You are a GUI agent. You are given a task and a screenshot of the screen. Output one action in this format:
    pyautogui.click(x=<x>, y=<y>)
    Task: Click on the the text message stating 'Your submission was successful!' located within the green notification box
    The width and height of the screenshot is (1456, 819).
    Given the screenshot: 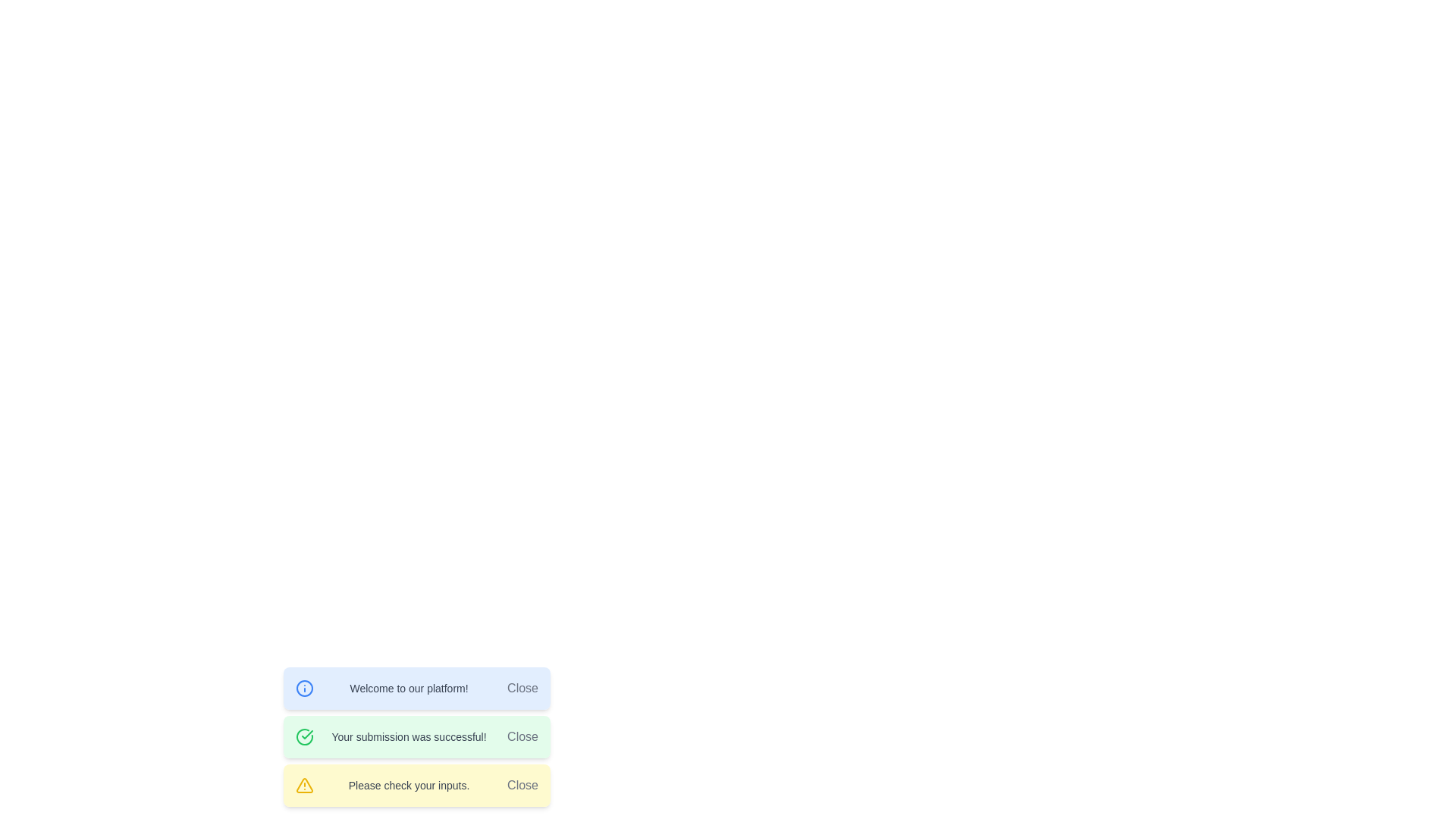 What is the action you would take?
    pyautogui.click(x=409, y=736)
    